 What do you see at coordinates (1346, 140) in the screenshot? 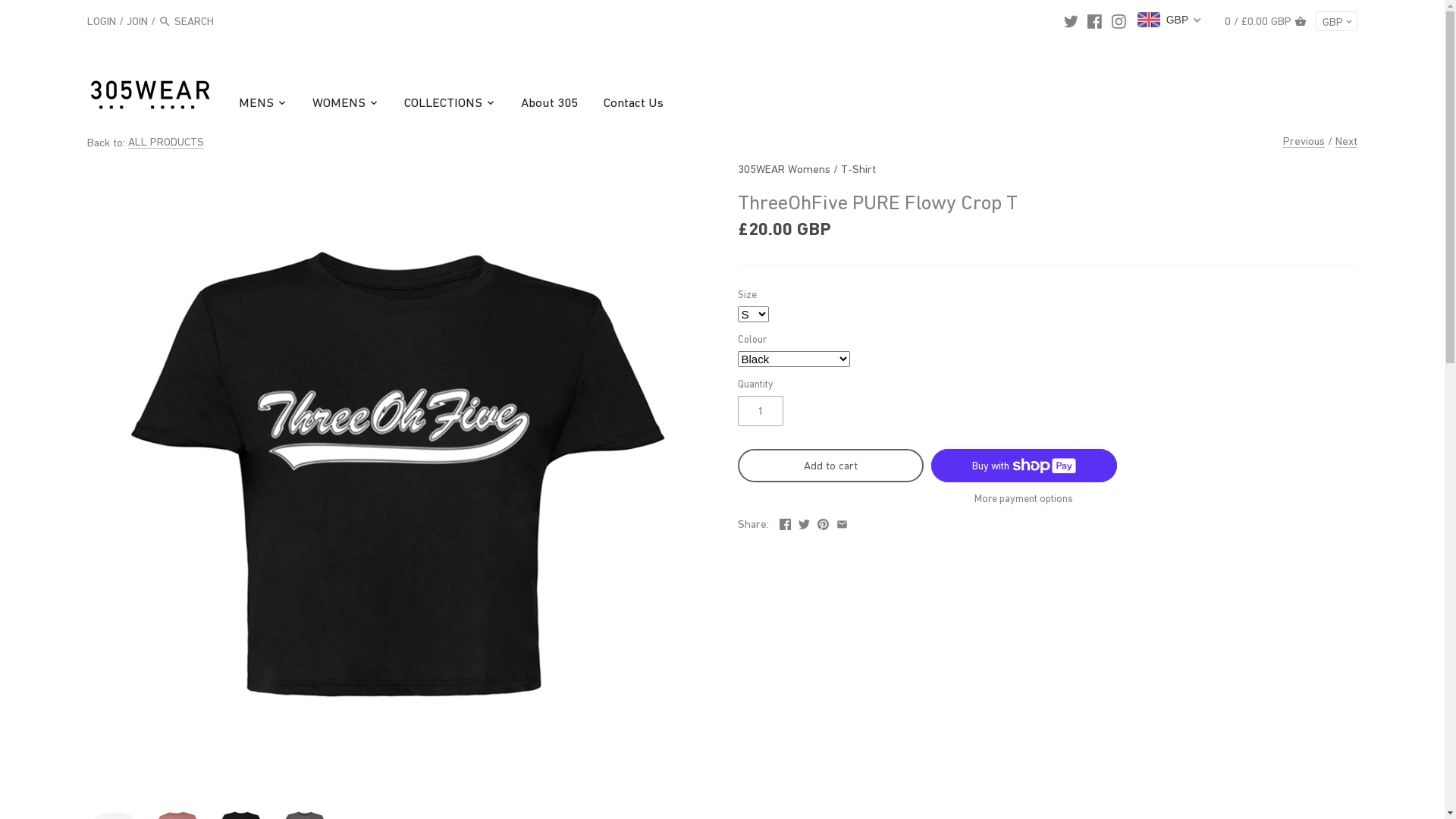
I see `'Next'` at bounding box center [1346, 140].